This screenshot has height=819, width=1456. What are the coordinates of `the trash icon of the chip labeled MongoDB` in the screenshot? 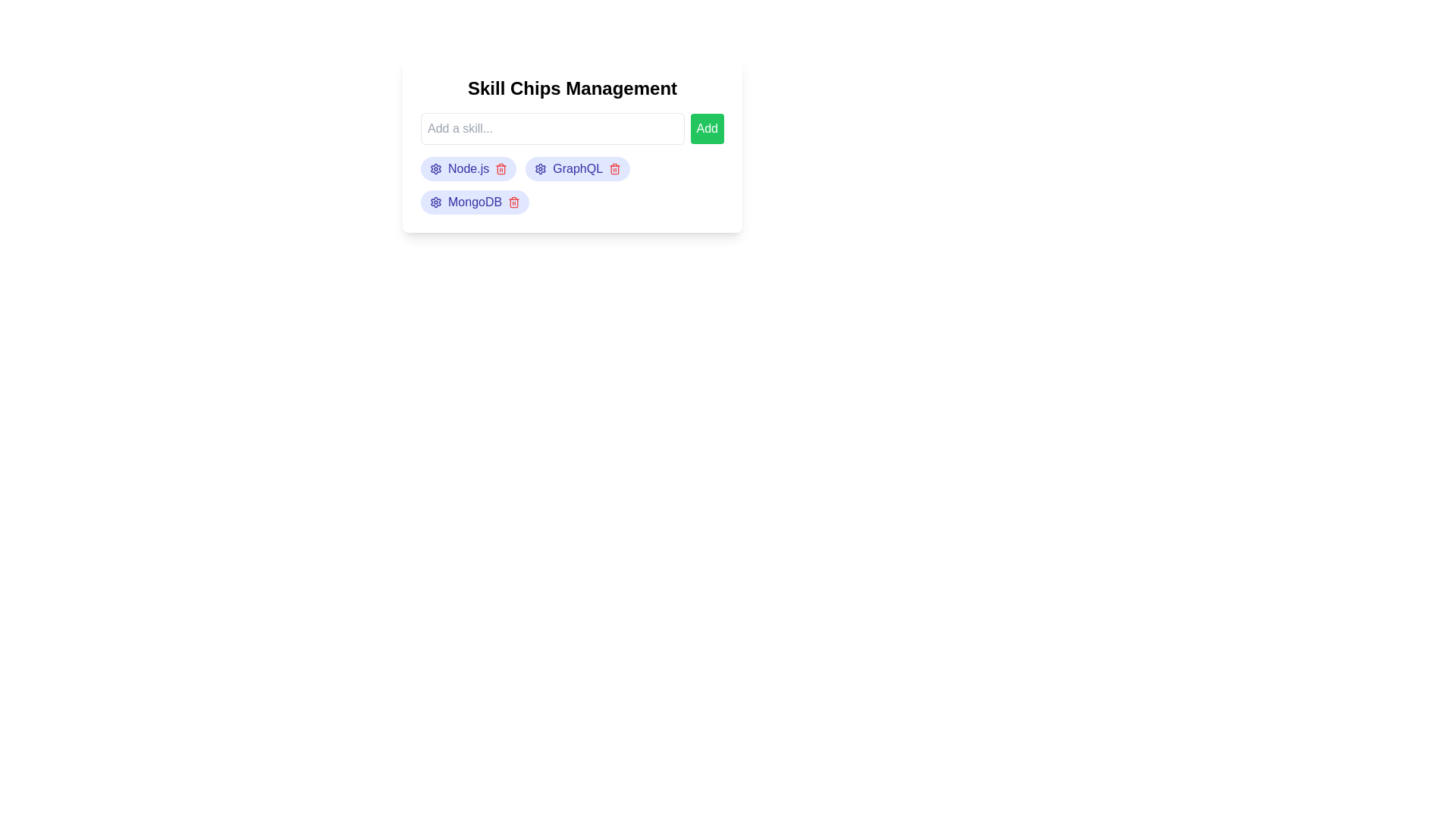 It's located at (513, 201).